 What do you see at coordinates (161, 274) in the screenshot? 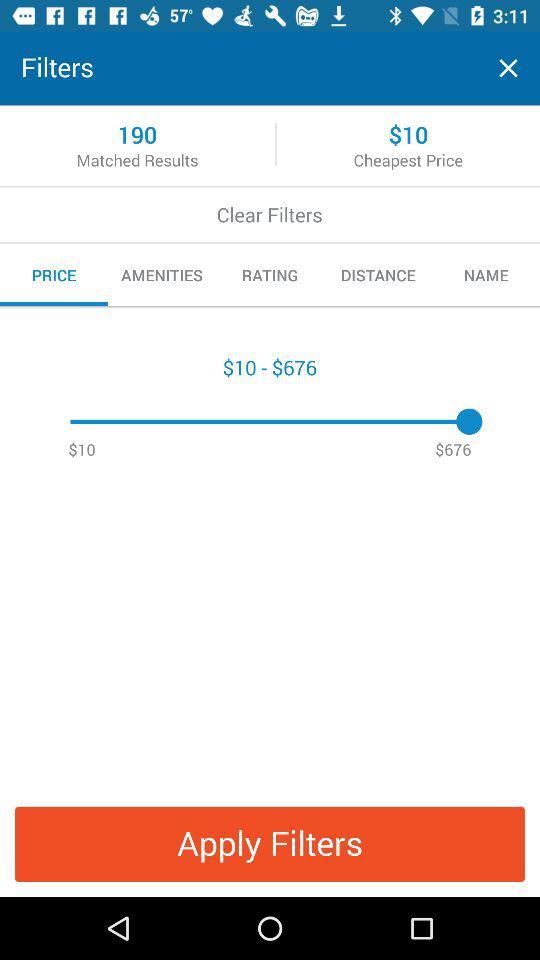
I see `the item to the right of price item` at bounding box center [161, 274].